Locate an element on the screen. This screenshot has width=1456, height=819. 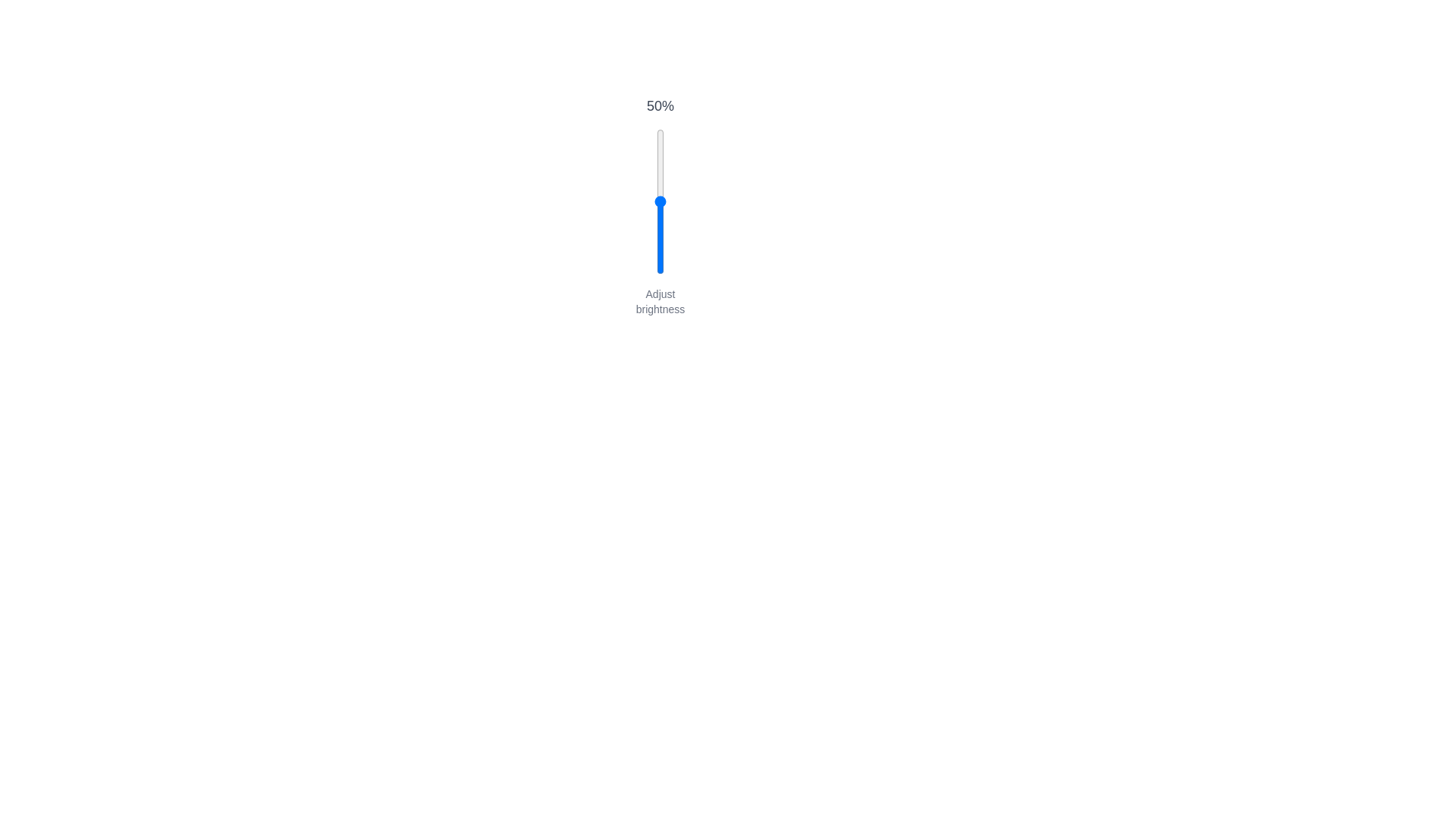
brightness is located at coordinates (660, 217).